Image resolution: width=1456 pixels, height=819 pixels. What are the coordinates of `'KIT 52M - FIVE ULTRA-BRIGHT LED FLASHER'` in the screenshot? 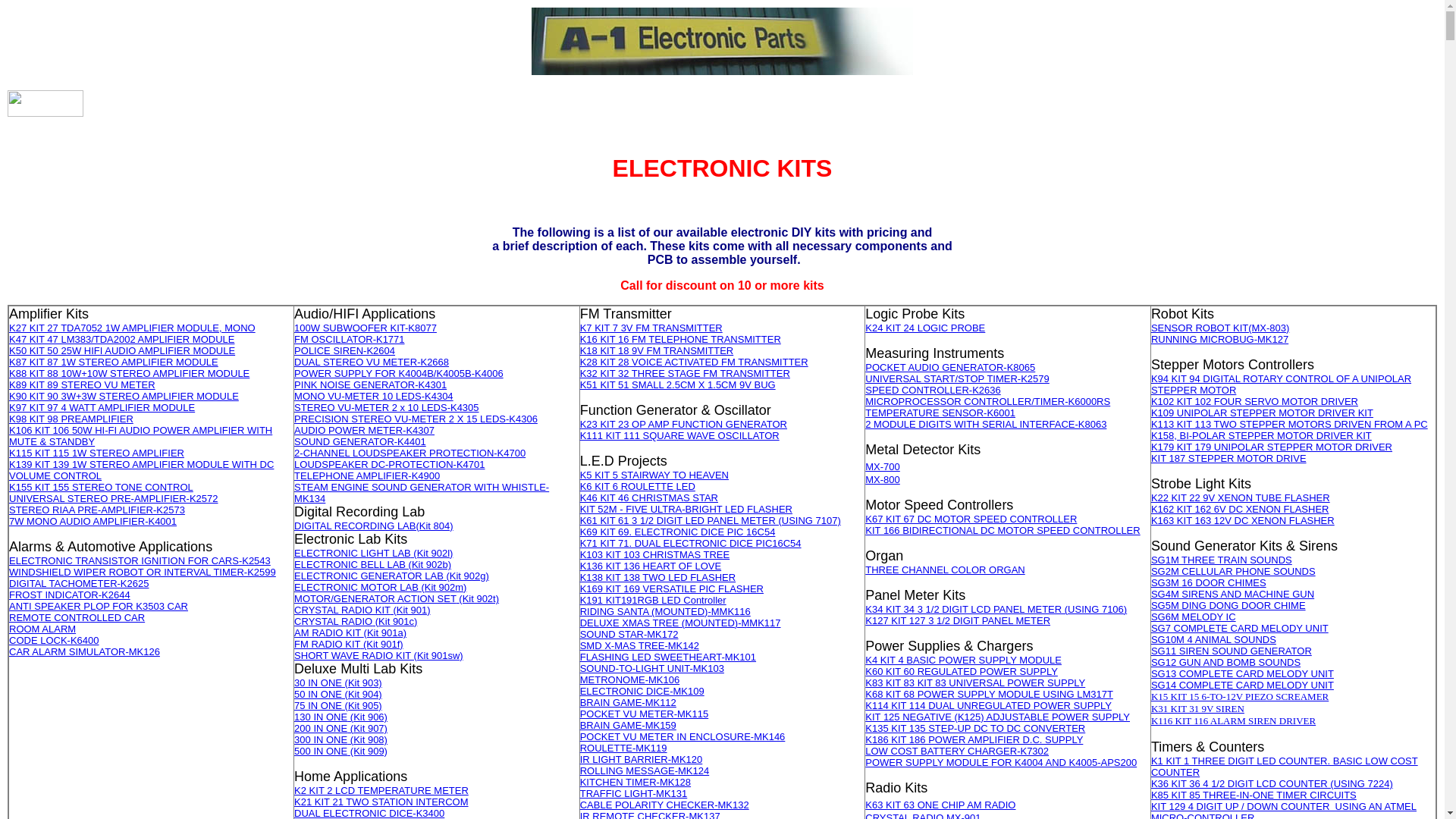 It's located at (686, 509).